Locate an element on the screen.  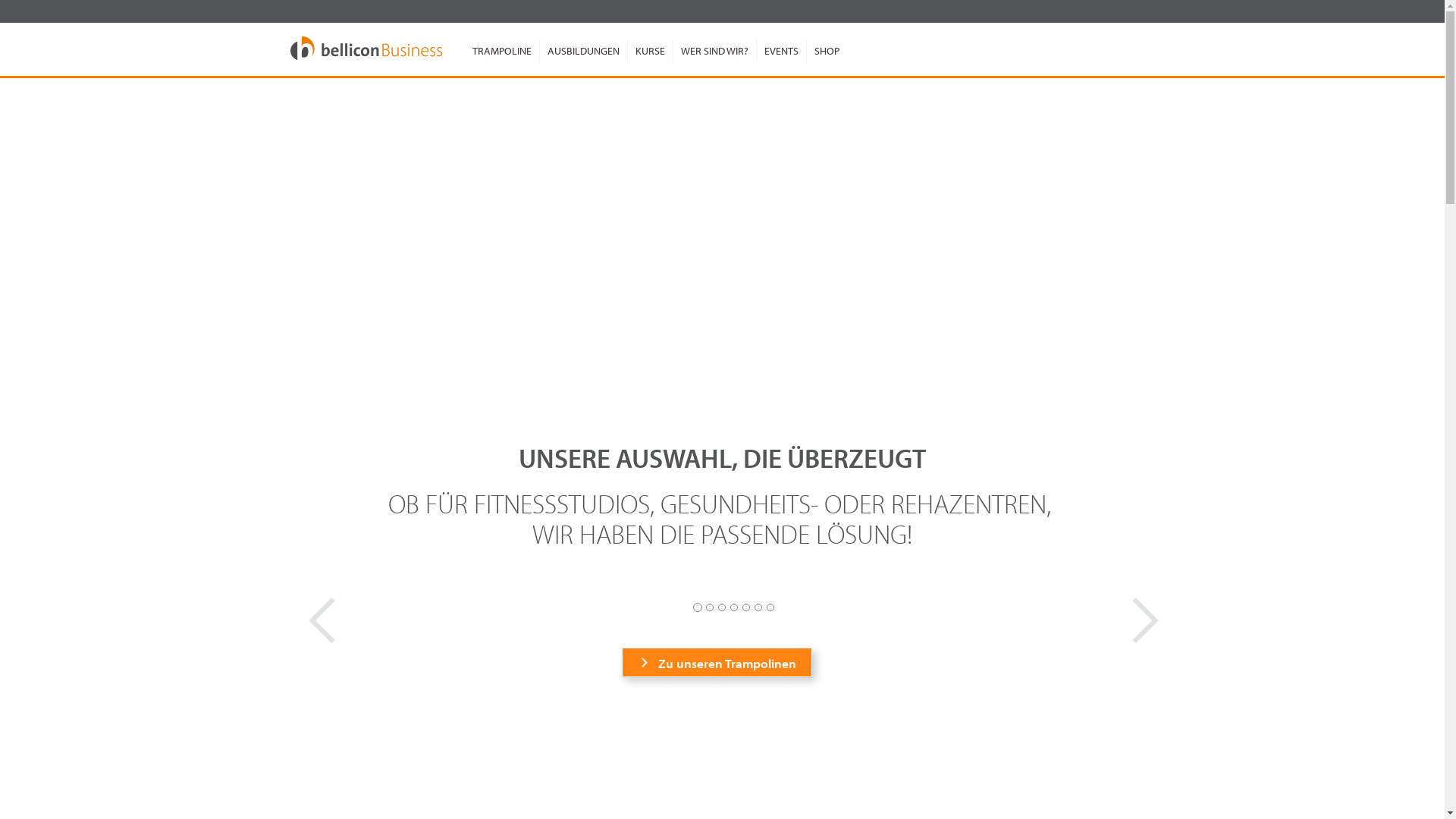
'TRAMPOLINE' is located at coordinates (501, 49).